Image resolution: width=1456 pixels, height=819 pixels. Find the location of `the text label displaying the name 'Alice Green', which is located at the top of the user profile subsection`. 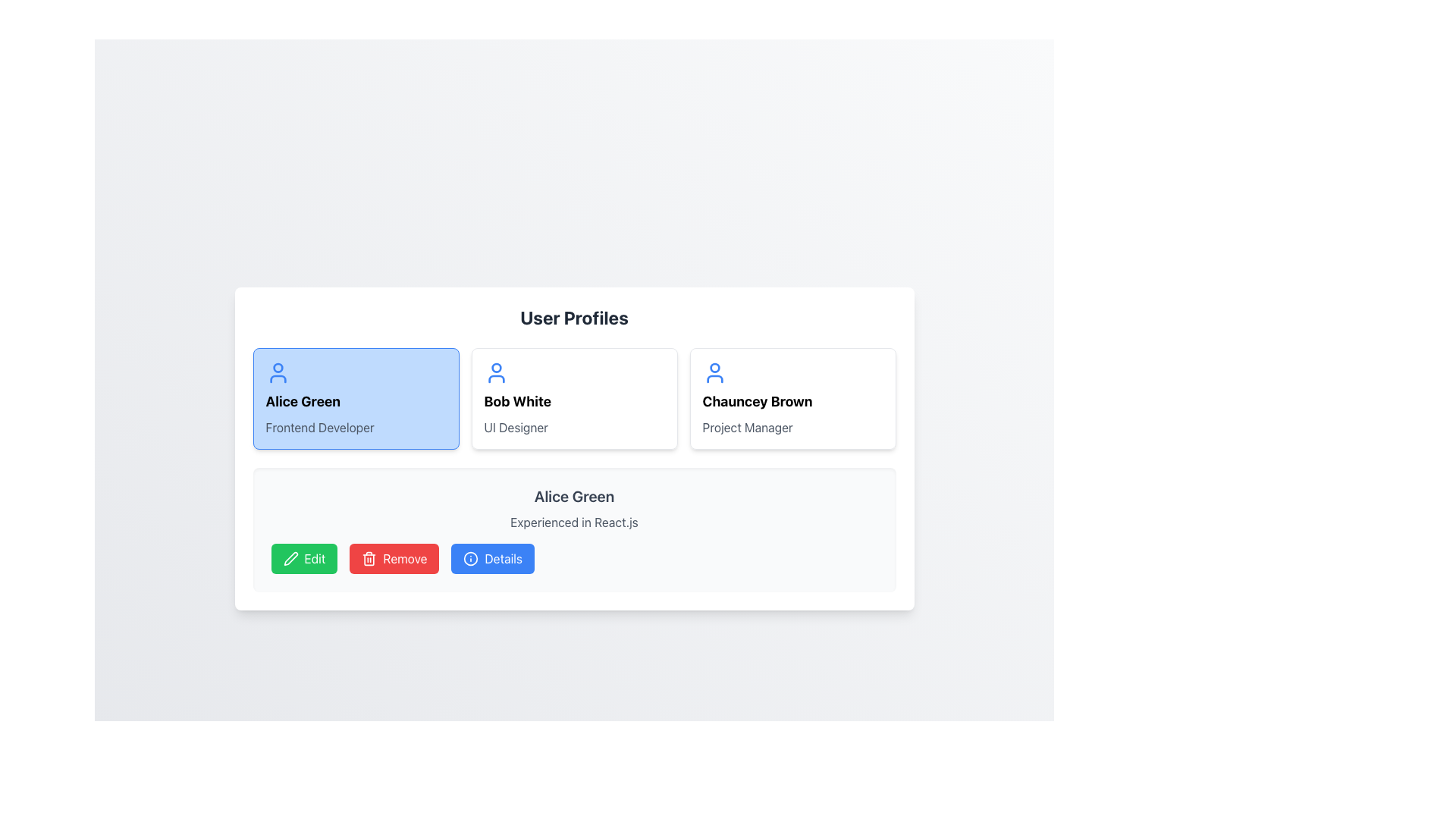

the text label displaying the name 'Alice Green', which is located at the top of the user profile subsection is located at coordinates (573, 497).